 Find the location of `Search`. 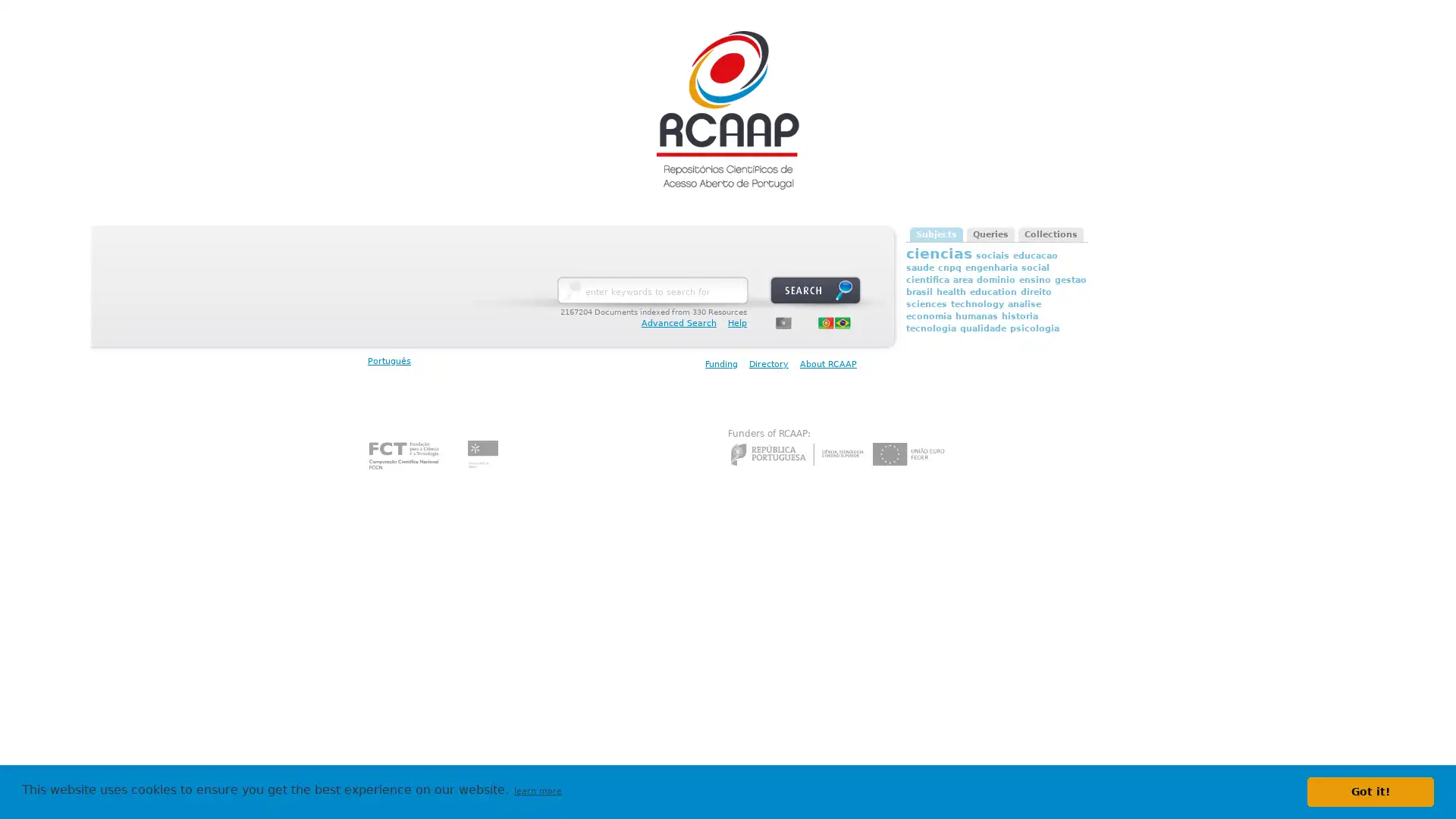

Search is located at coordinates (814, 290).